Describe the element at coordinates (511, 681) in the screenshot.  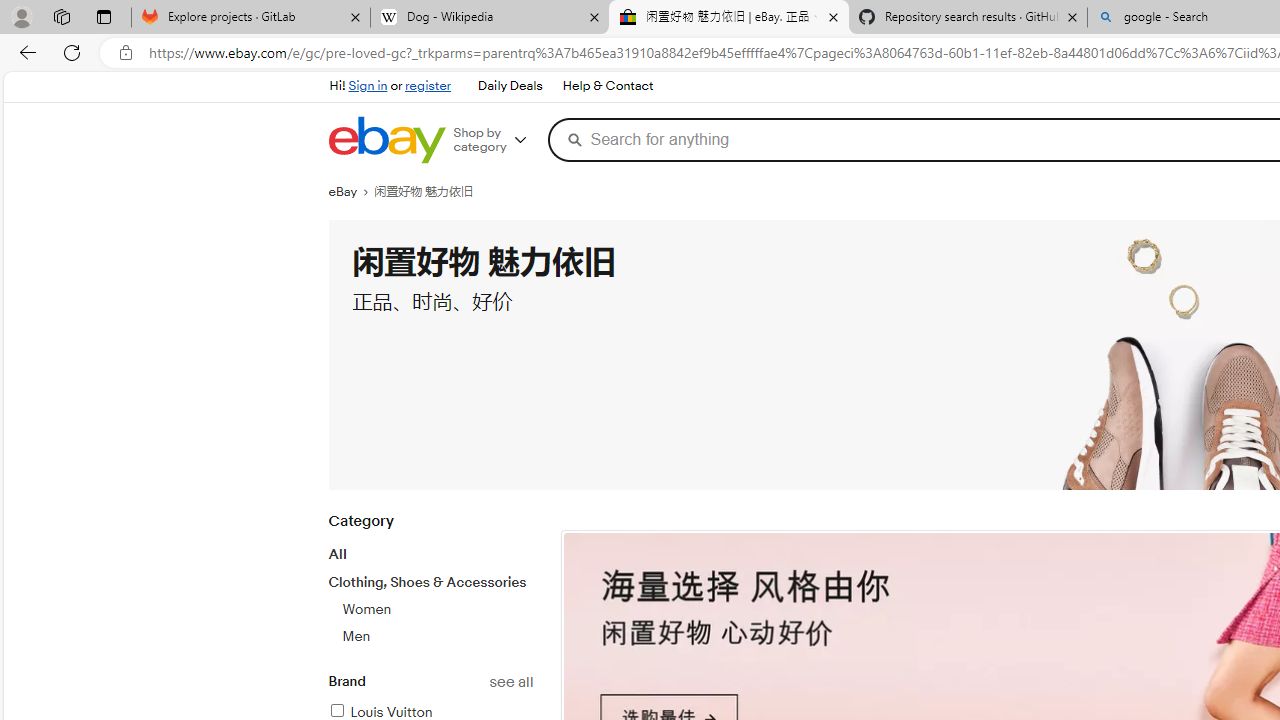
I see `'See all brand refinements'` at that location.